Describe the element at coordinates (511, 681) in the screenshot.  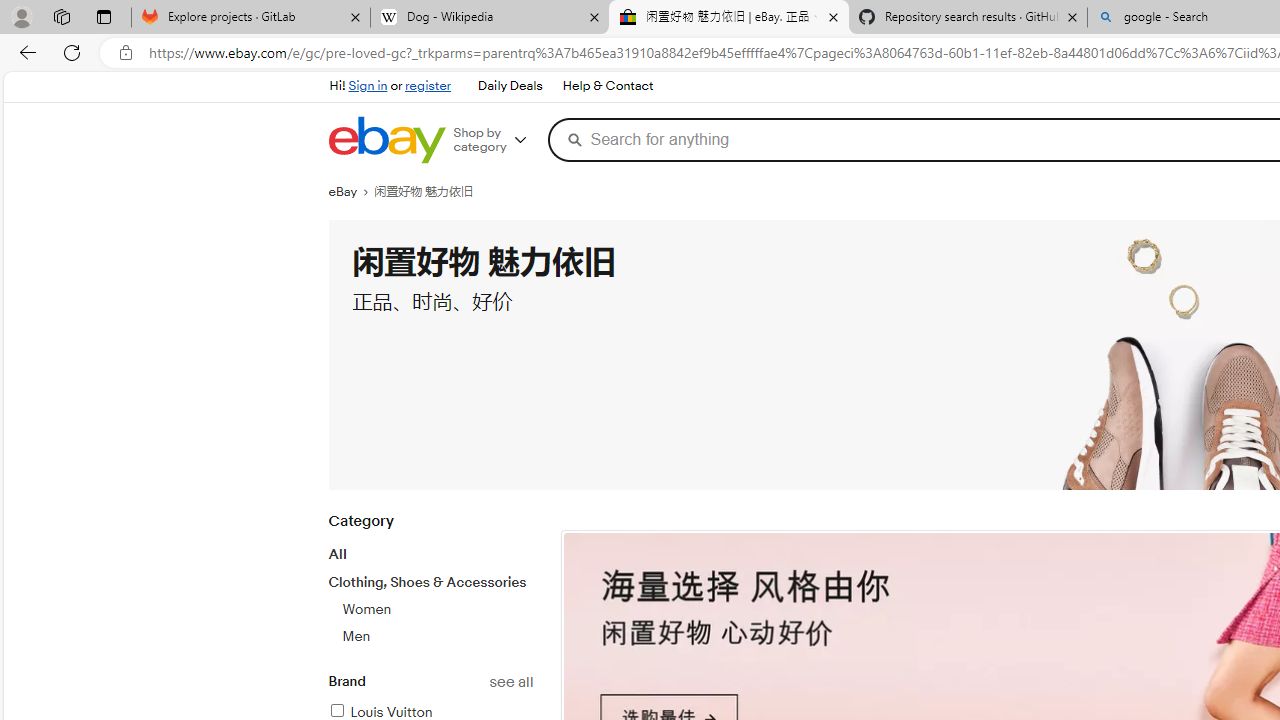
I see `'See all brand refinements'` at that location.